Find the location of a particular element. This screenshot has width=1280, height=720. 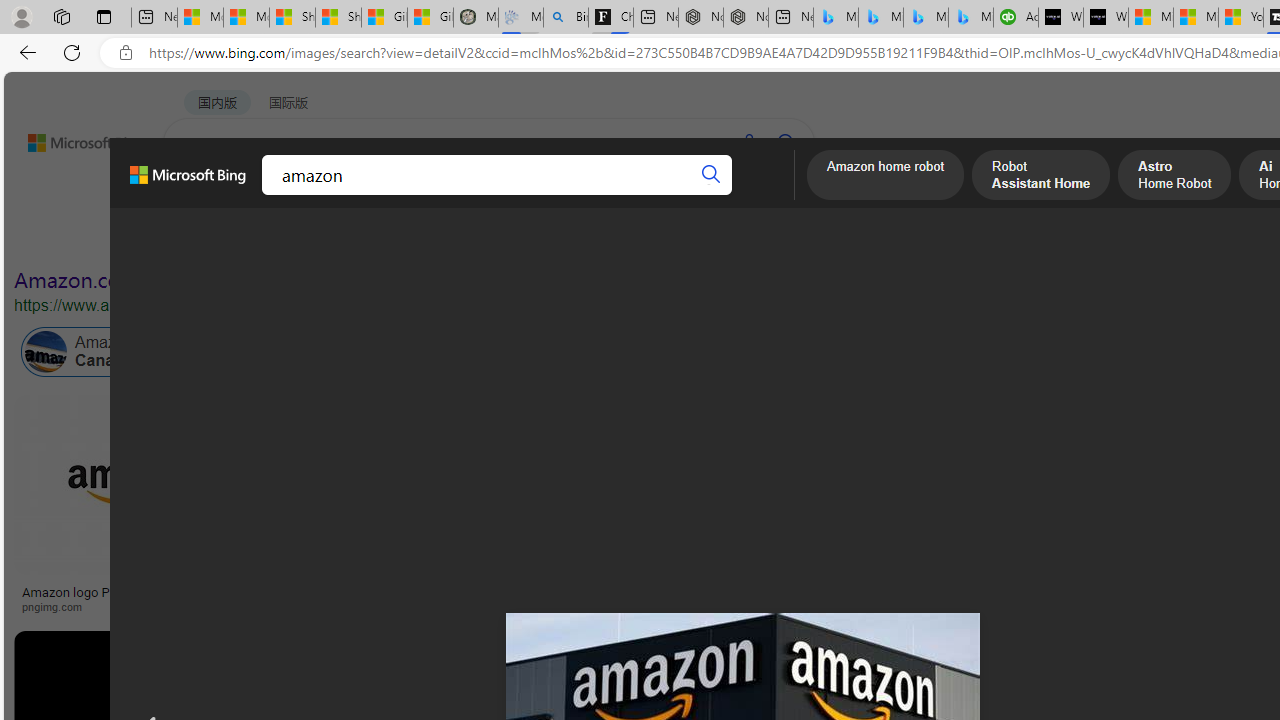

'Chloe Sorvino' is located at coordinates (610, 17).